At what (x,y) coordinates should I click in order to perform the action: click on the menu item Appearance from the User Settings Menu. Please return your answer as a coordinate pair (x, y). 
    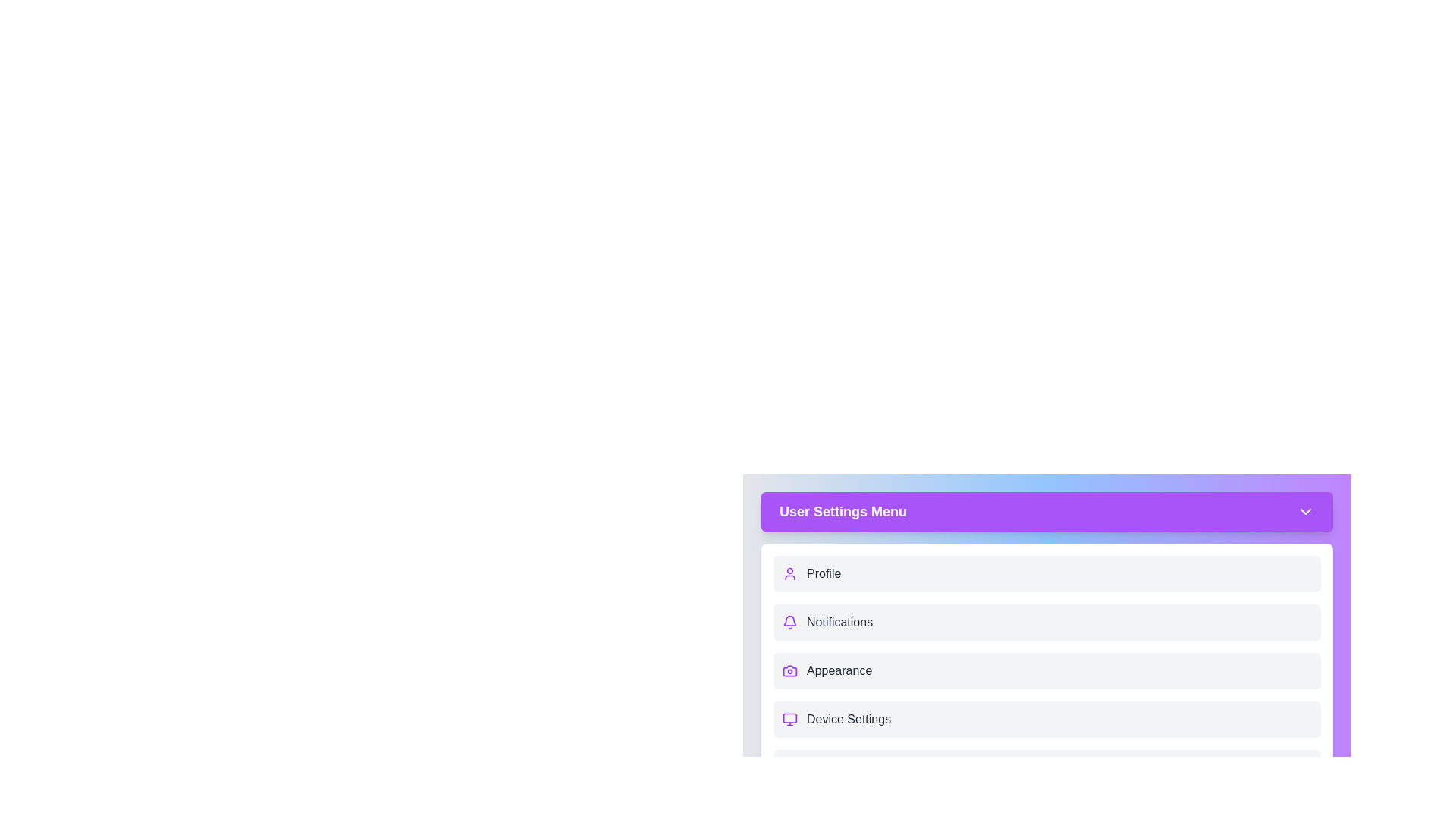
    Looking at the image, I should click on (1046, 670).